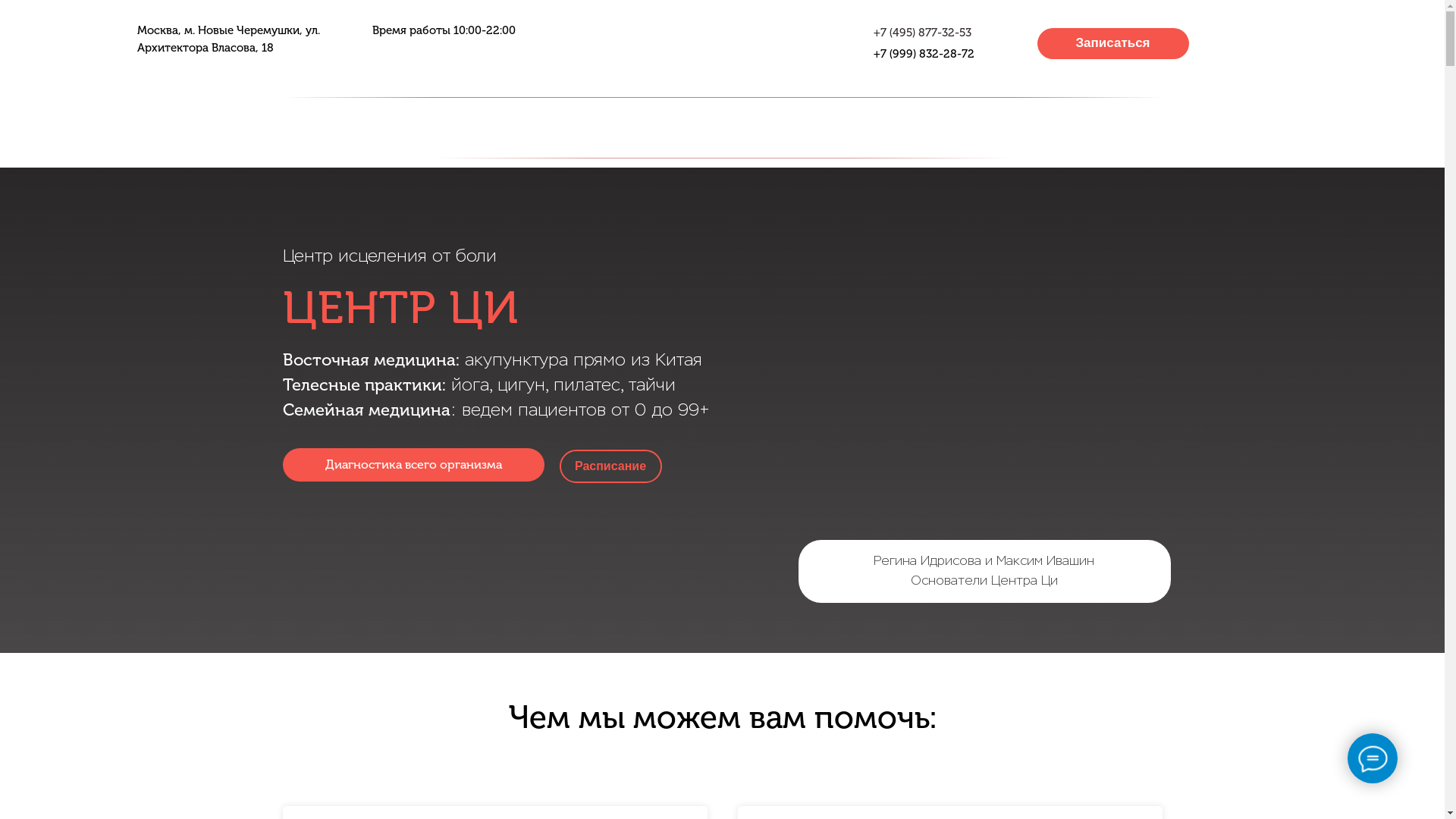  I want to click on '+7 (495) 877-32-53', so click(921, 32).